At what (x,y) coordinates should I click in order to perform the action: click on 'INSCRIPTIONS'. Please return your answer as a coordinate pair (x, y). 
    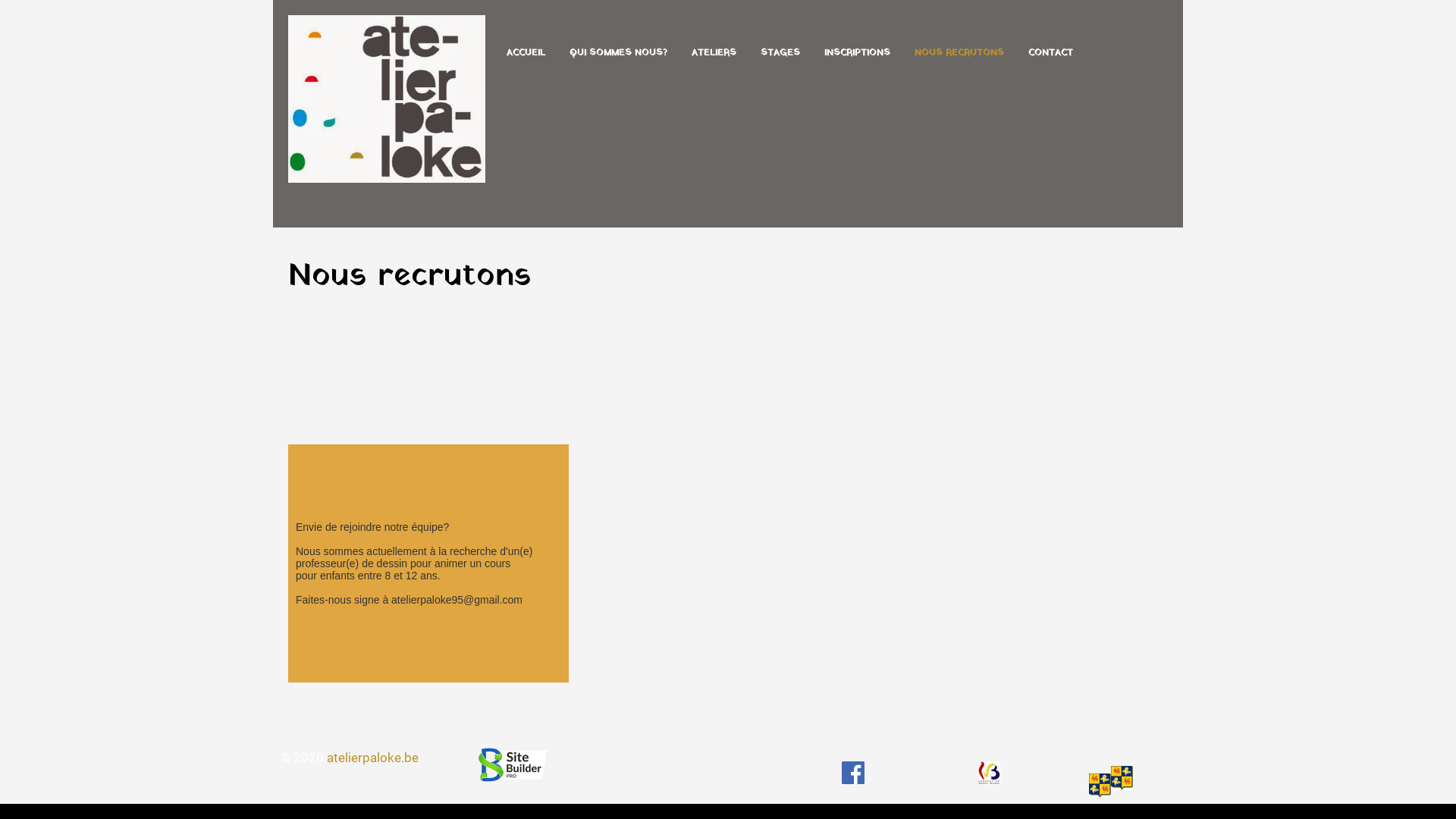
    Looking at the image, I should click on (857, 54).